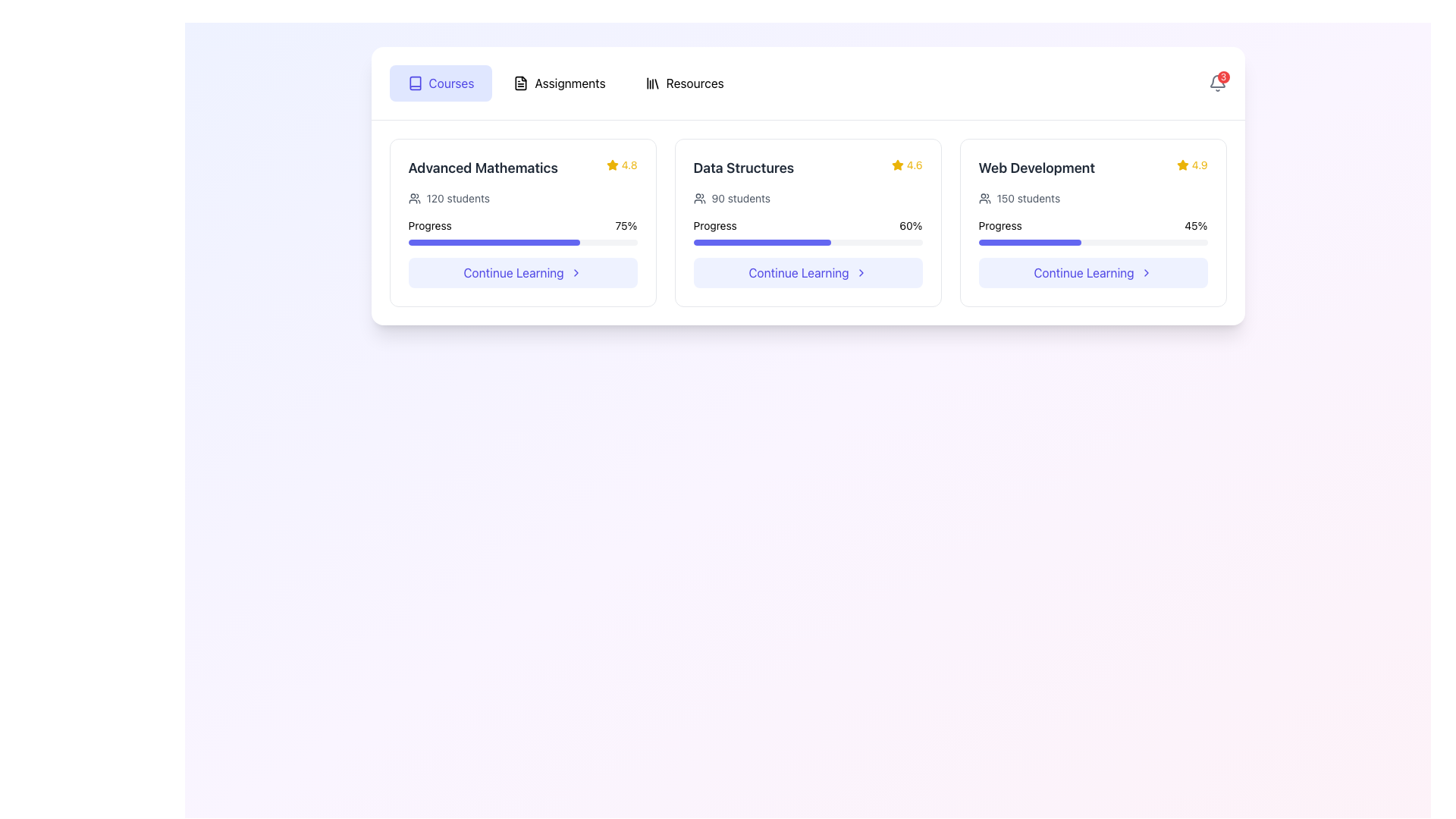 This screenshot has height=819, width=1456. I want to click on the Star icon in the Web Development course card, located at the top-right corner of the inner rating section, so click(1181, 165).